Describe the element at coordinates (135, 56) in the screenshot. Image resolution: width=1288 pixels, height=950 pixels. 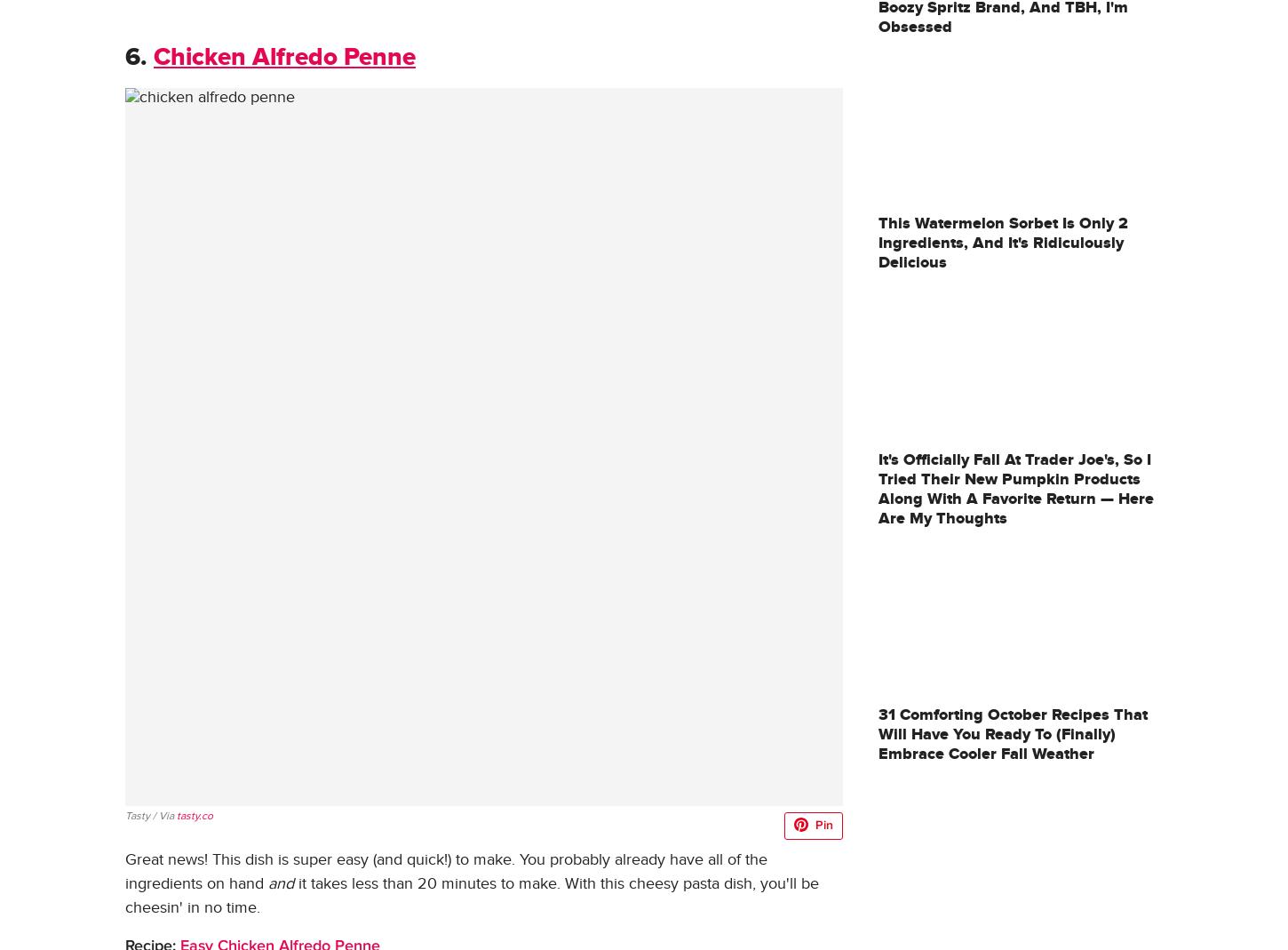
I see `'6.'` at that location.